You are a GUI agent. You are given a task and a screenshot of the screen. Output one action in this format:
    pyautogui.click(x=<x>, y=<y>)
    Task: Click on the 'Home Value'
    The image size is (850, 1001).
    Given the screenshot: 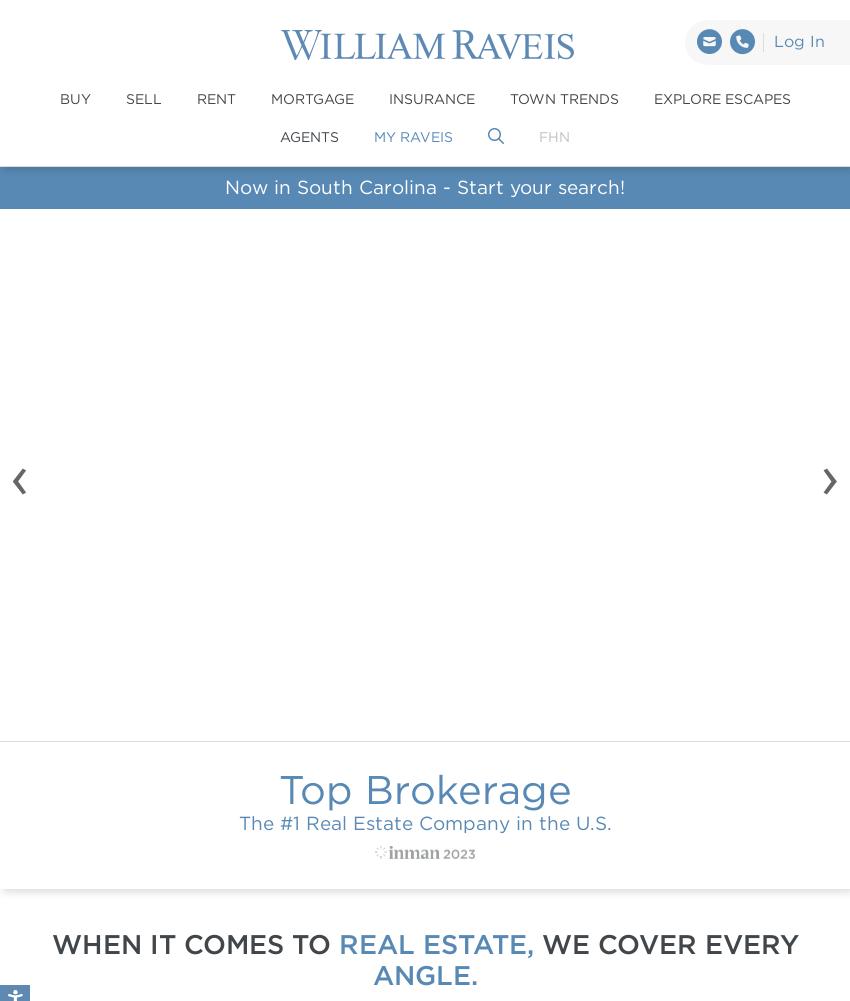 What is the action you would take?
    pyautogui.click(x=657, y=585)
    